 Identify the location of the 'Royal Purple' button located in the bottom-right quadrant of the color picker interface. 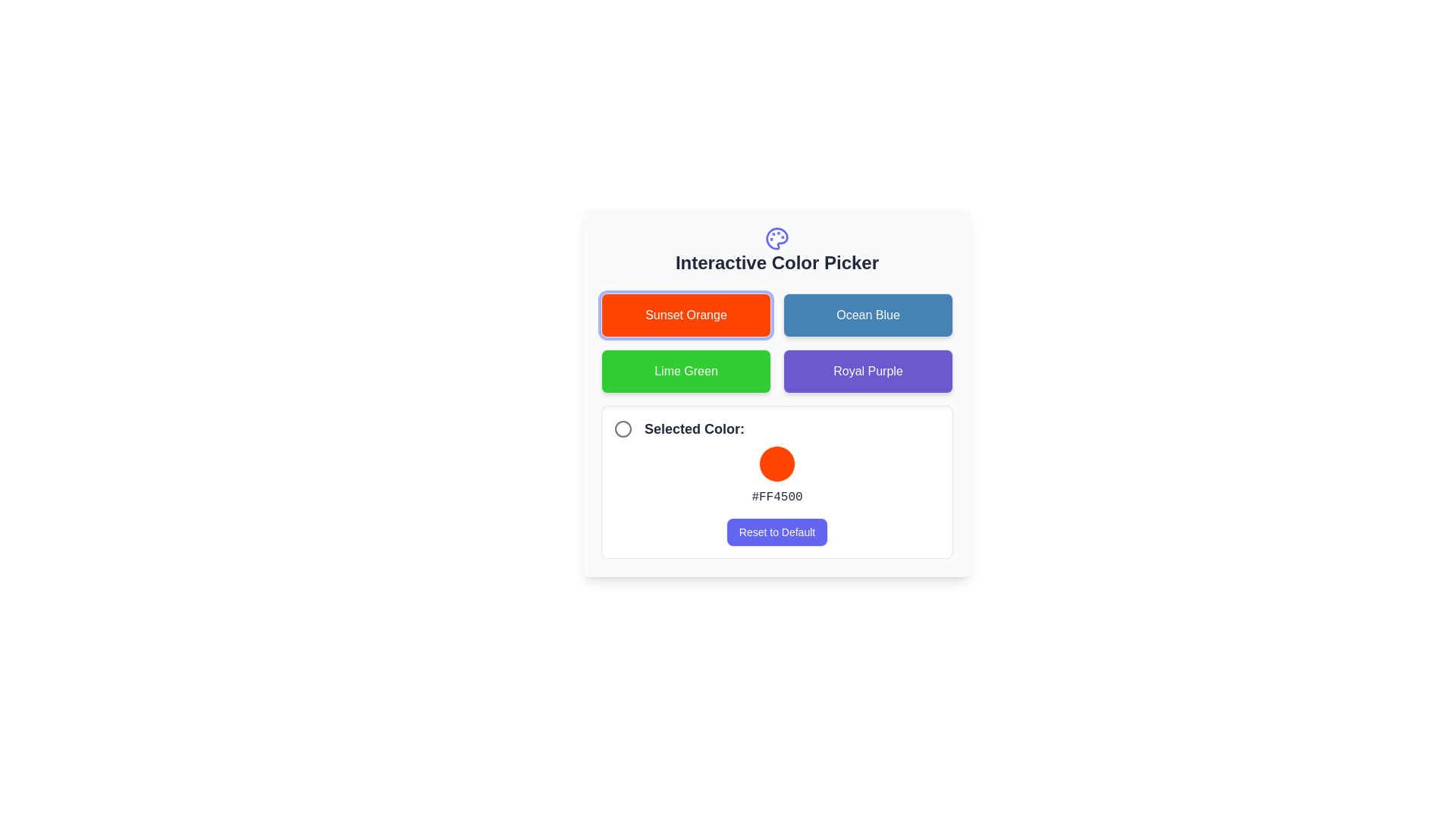
(868, 371).